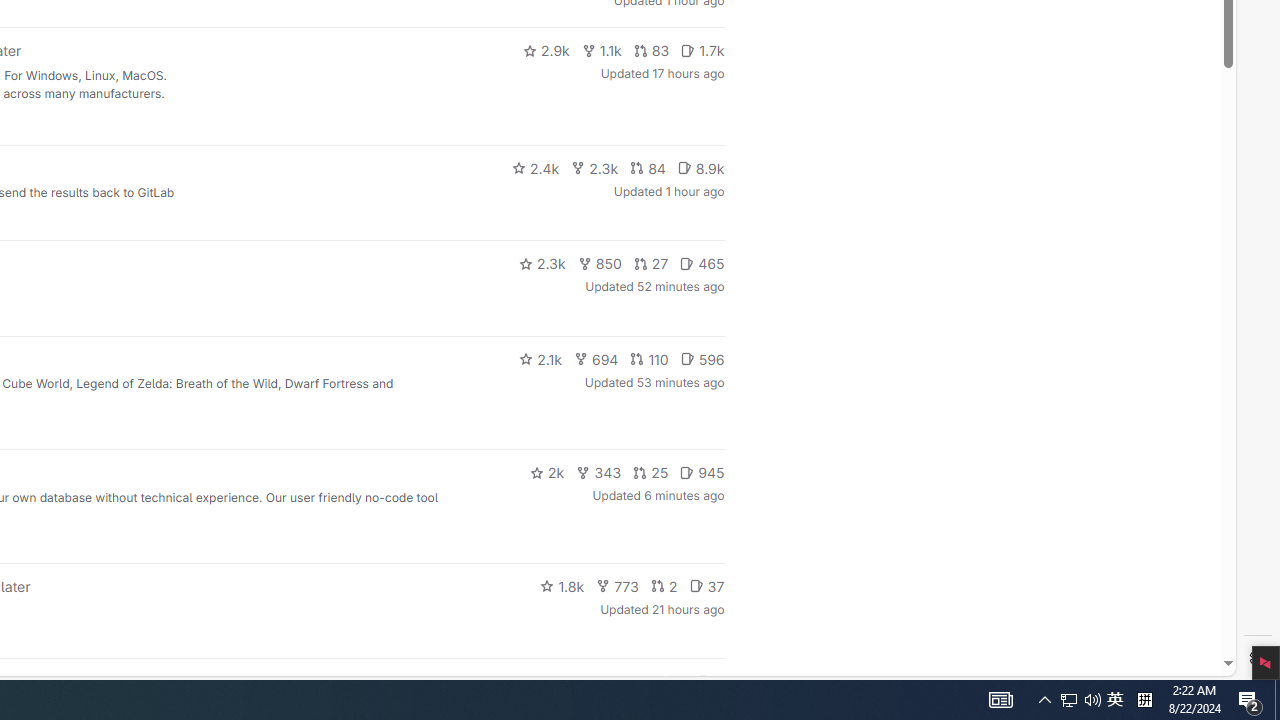 The width and height of the screenshot is (1280, 720). I want to click on '84', so click(647, 167).